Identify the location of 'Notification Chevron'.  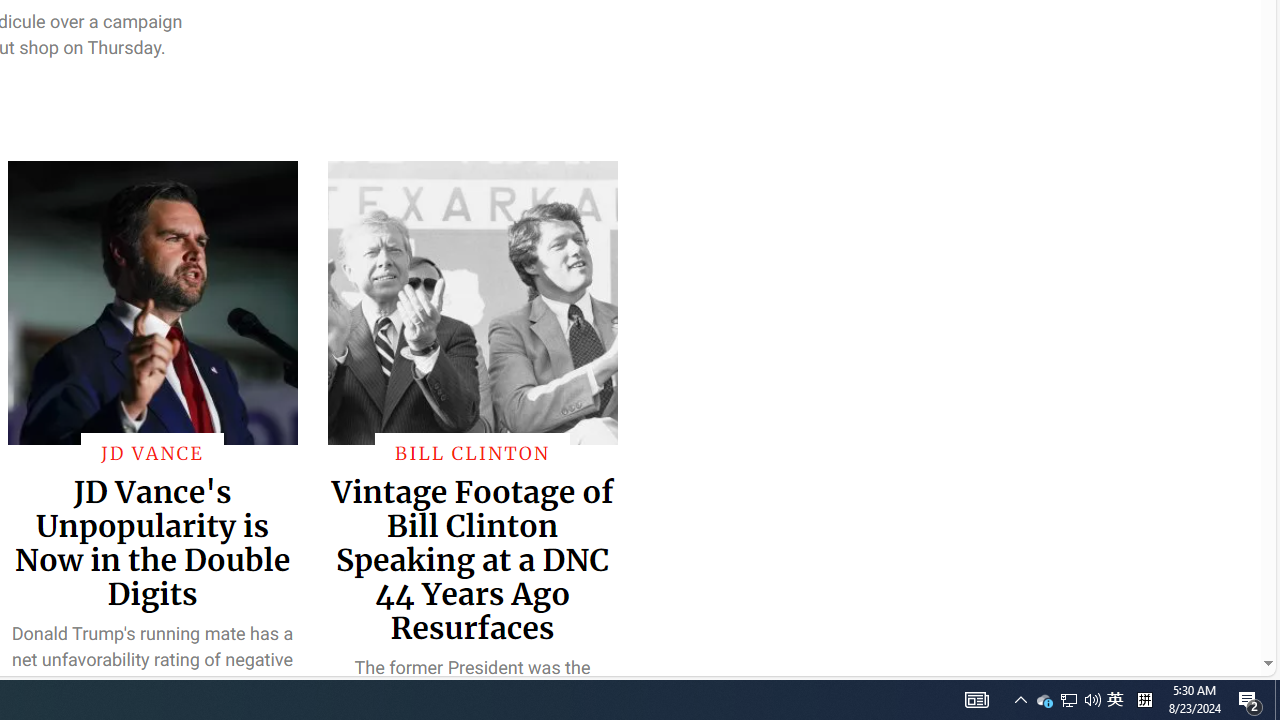
(1020, 698).